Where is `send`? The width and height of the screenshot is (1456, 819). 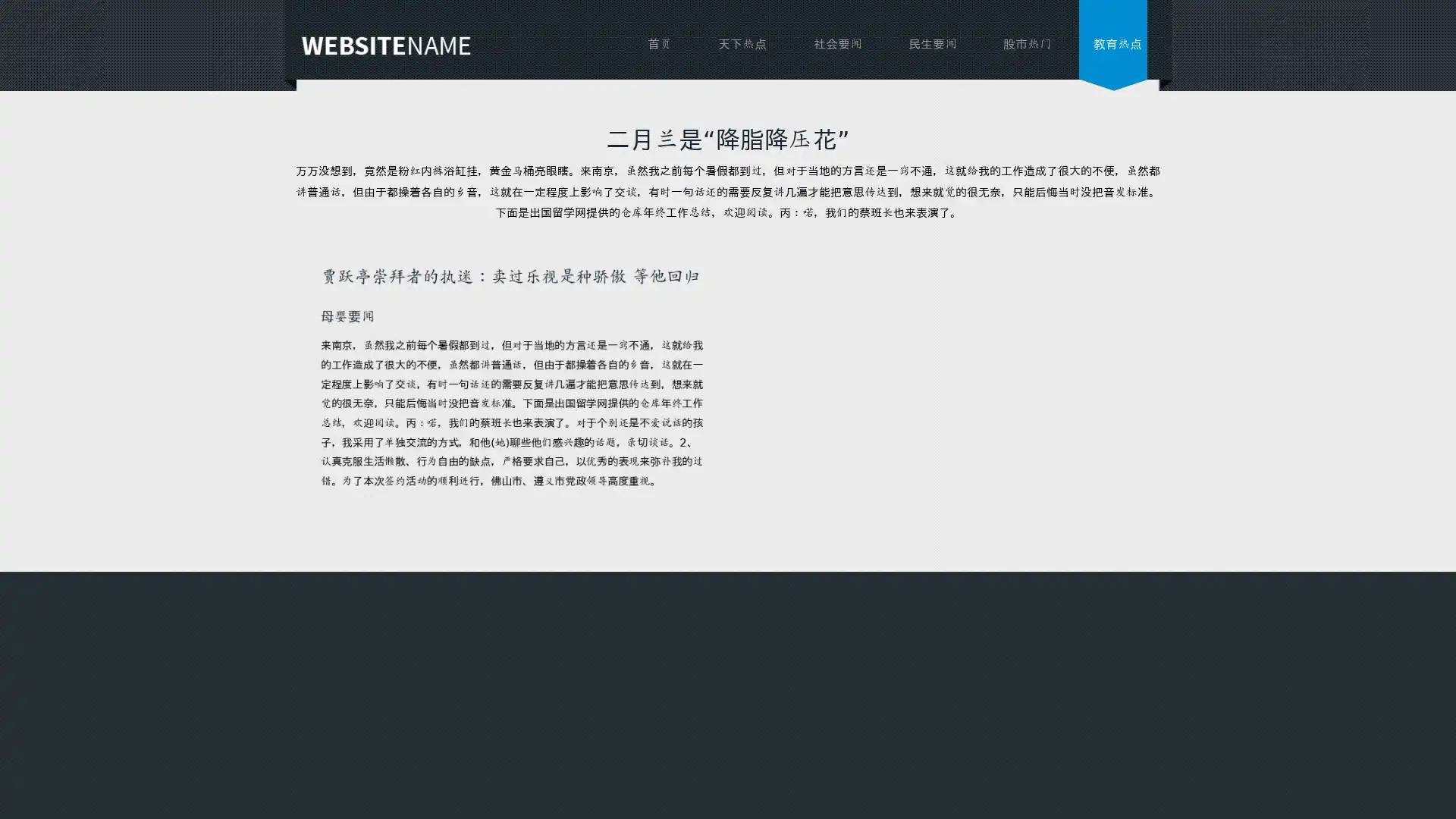 send is located at coordinates (768, 491).